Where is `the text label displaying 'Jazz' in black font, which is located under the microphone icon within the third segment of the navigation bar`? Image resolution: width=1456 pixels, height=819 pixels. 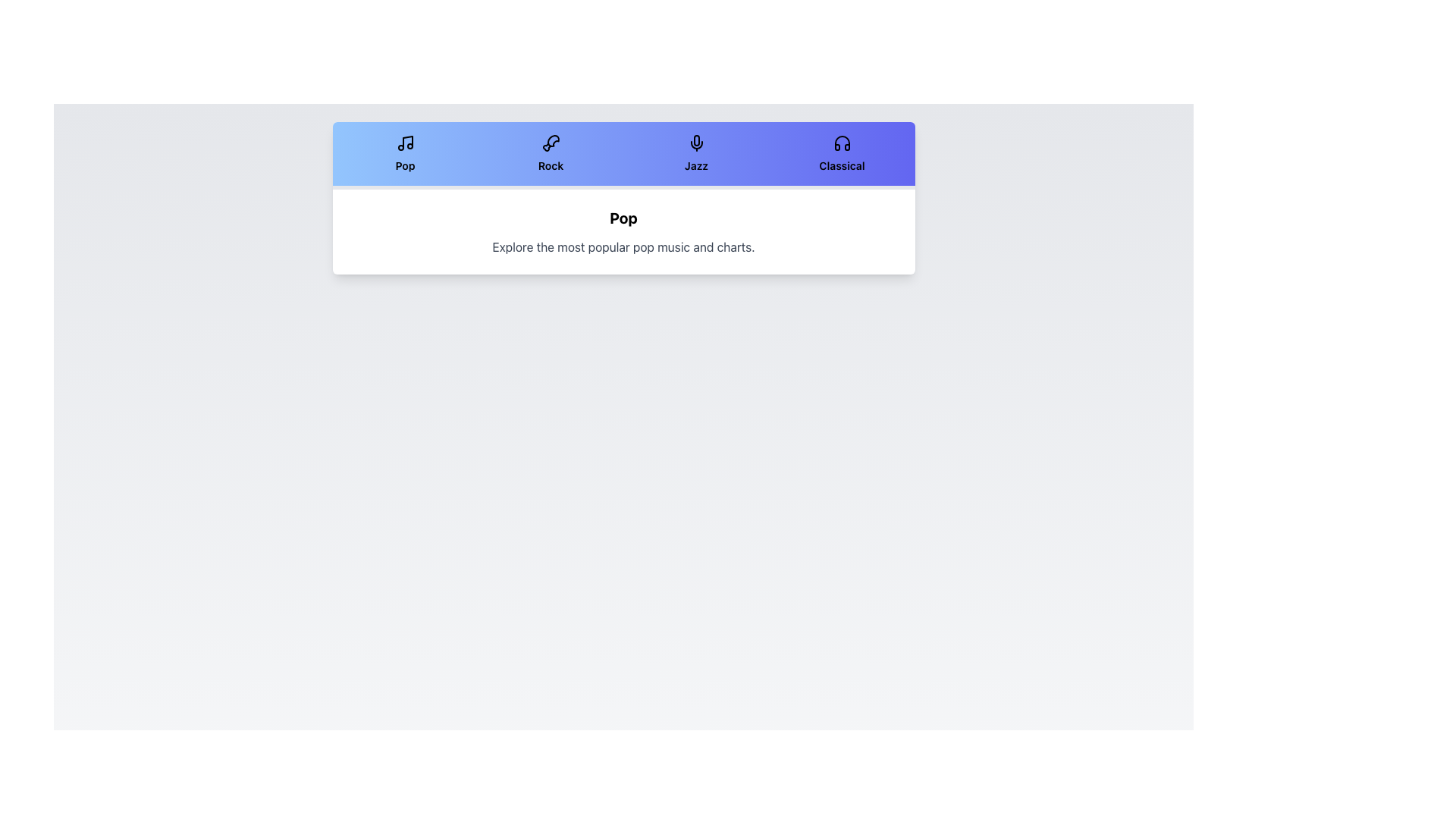 the text label displaying 'Jazz' in black font, which is located under the microphone icon within the third segment of the navigation bar is located at coordinates (695, 166).